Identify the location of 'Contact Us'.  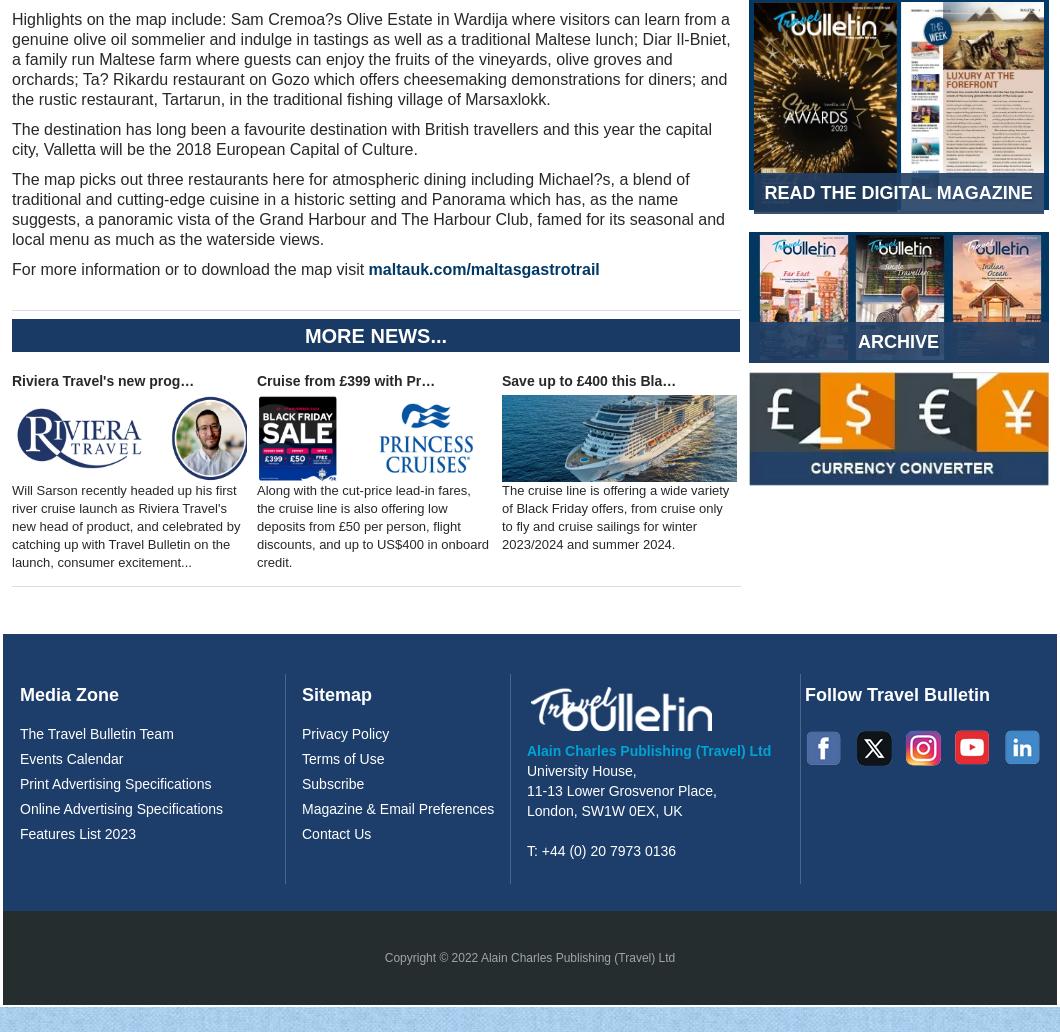
(336, 833).